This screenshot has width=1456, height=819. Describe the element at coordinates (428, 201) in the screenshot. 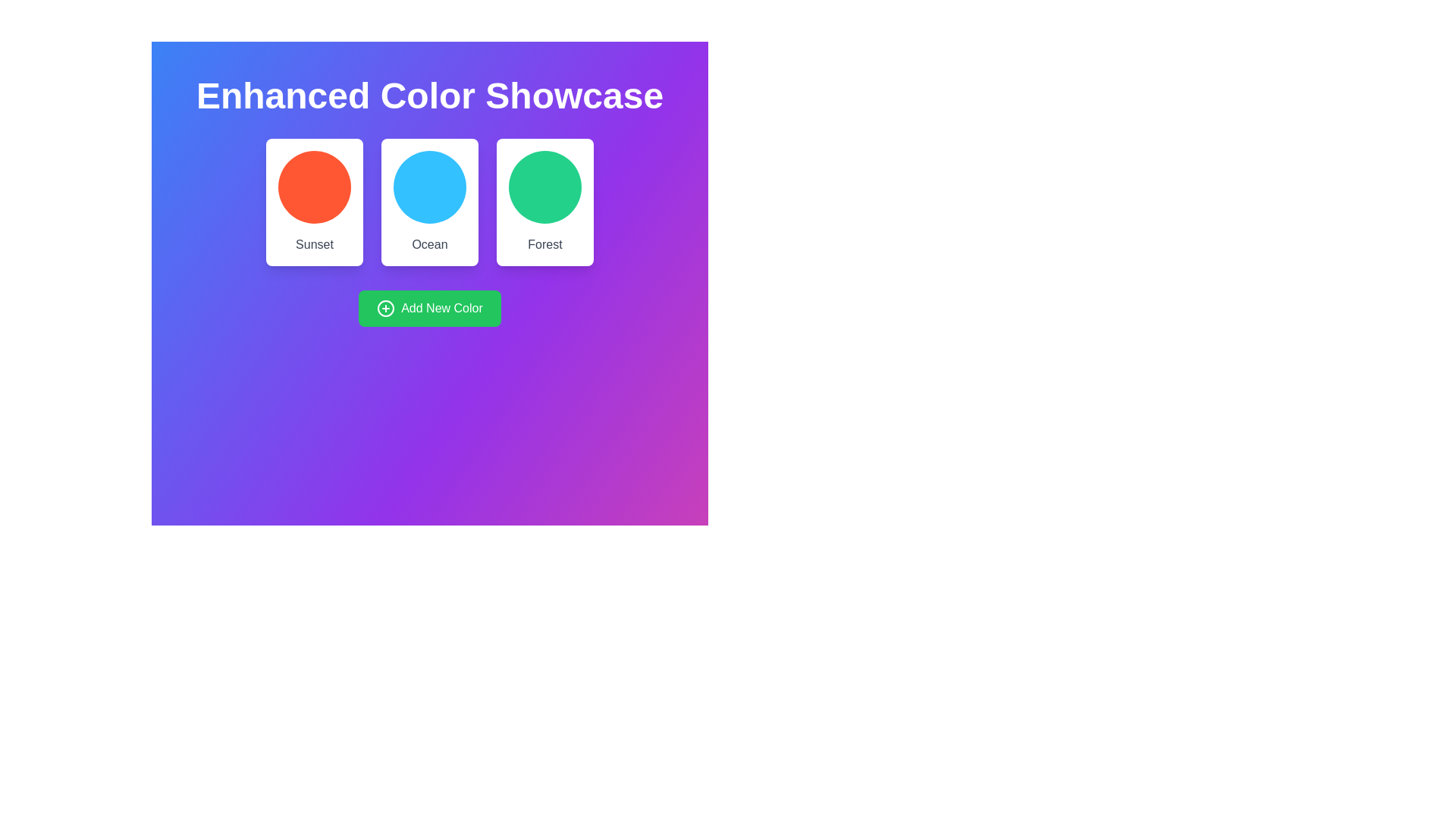

I see `the center of the 'Ocean' card, which is the second card from the left in a horizontal arrangement of three cards` at that location.